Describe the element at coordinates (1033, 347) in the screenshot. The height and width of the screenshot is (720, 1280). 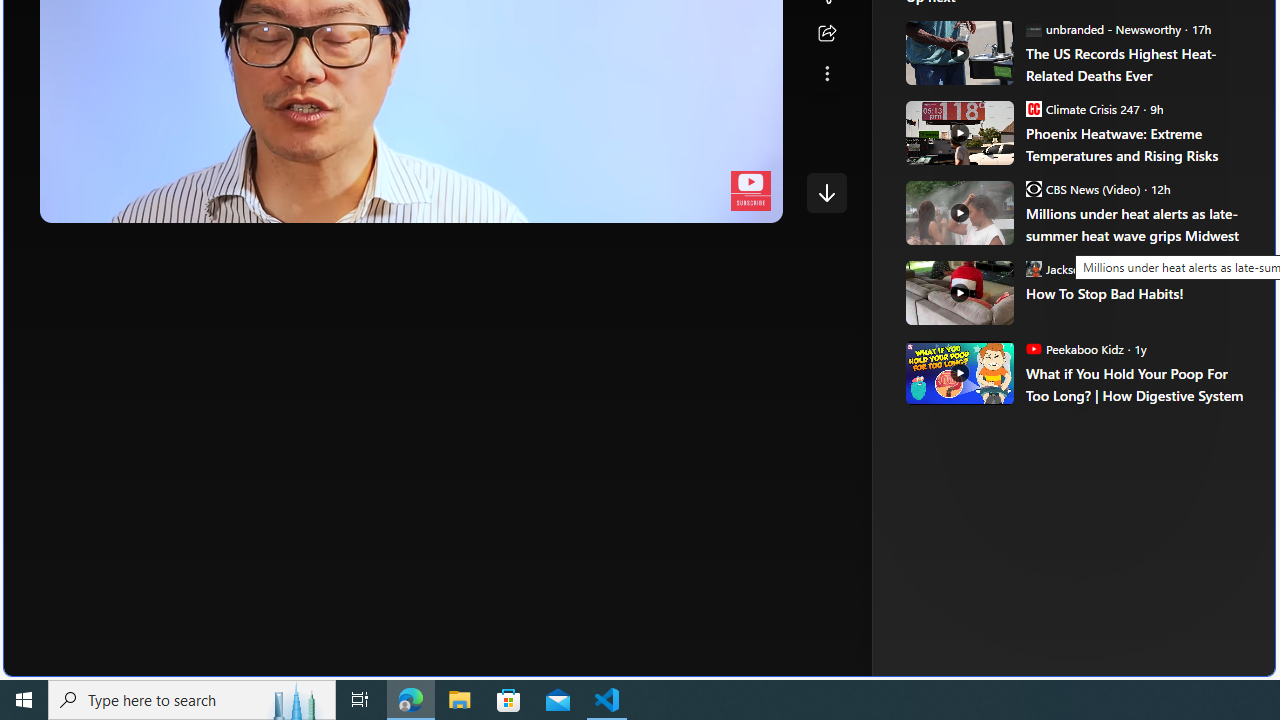
I see `'Peekaboo Kidz'` at that location.